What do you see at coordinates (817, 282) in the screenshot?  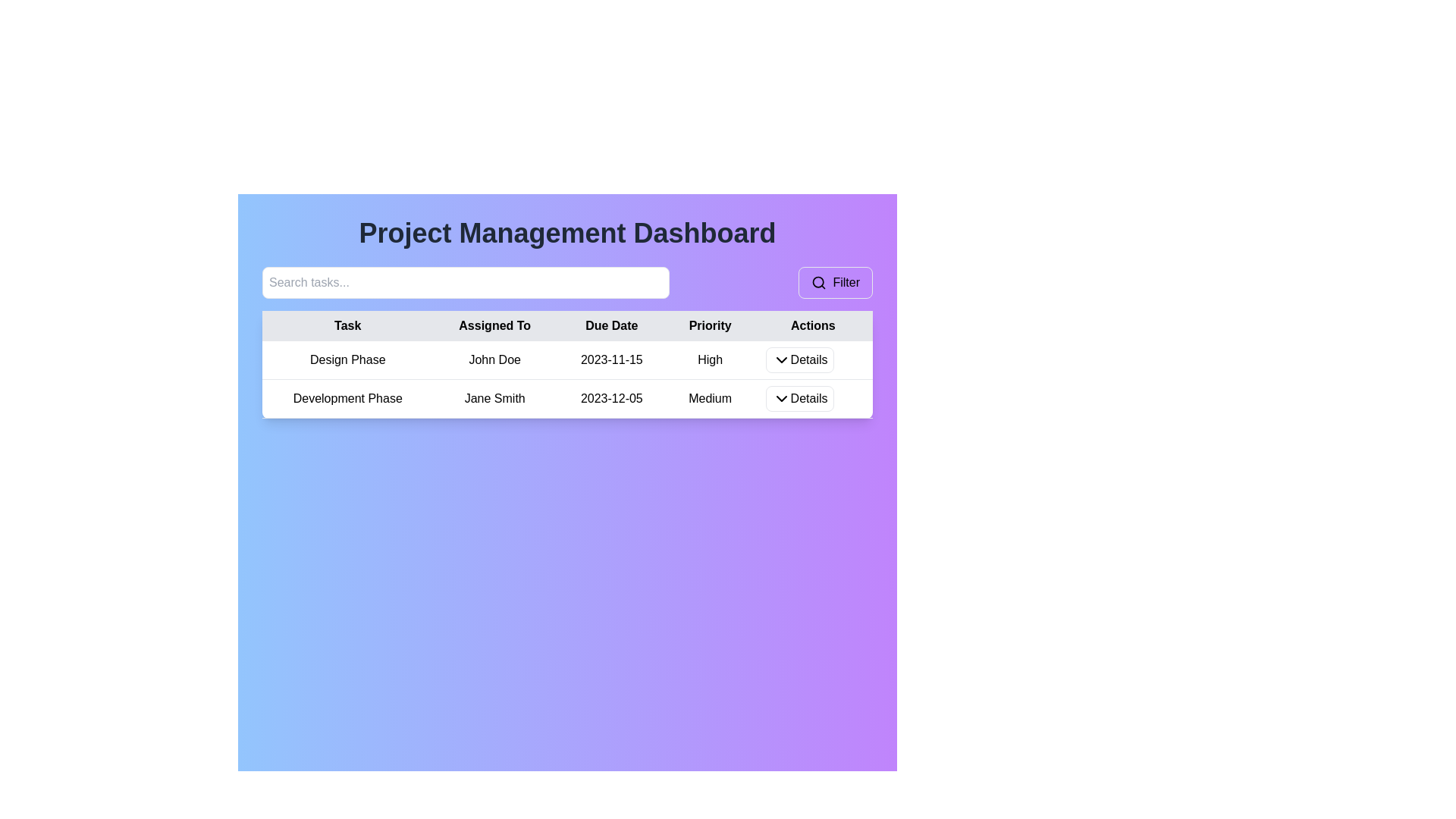 I see `the filter button located in the top-right corner of the interface by clicking on the center of the circular part of the magnifying glass glyph` at bounding box center [817, 282].